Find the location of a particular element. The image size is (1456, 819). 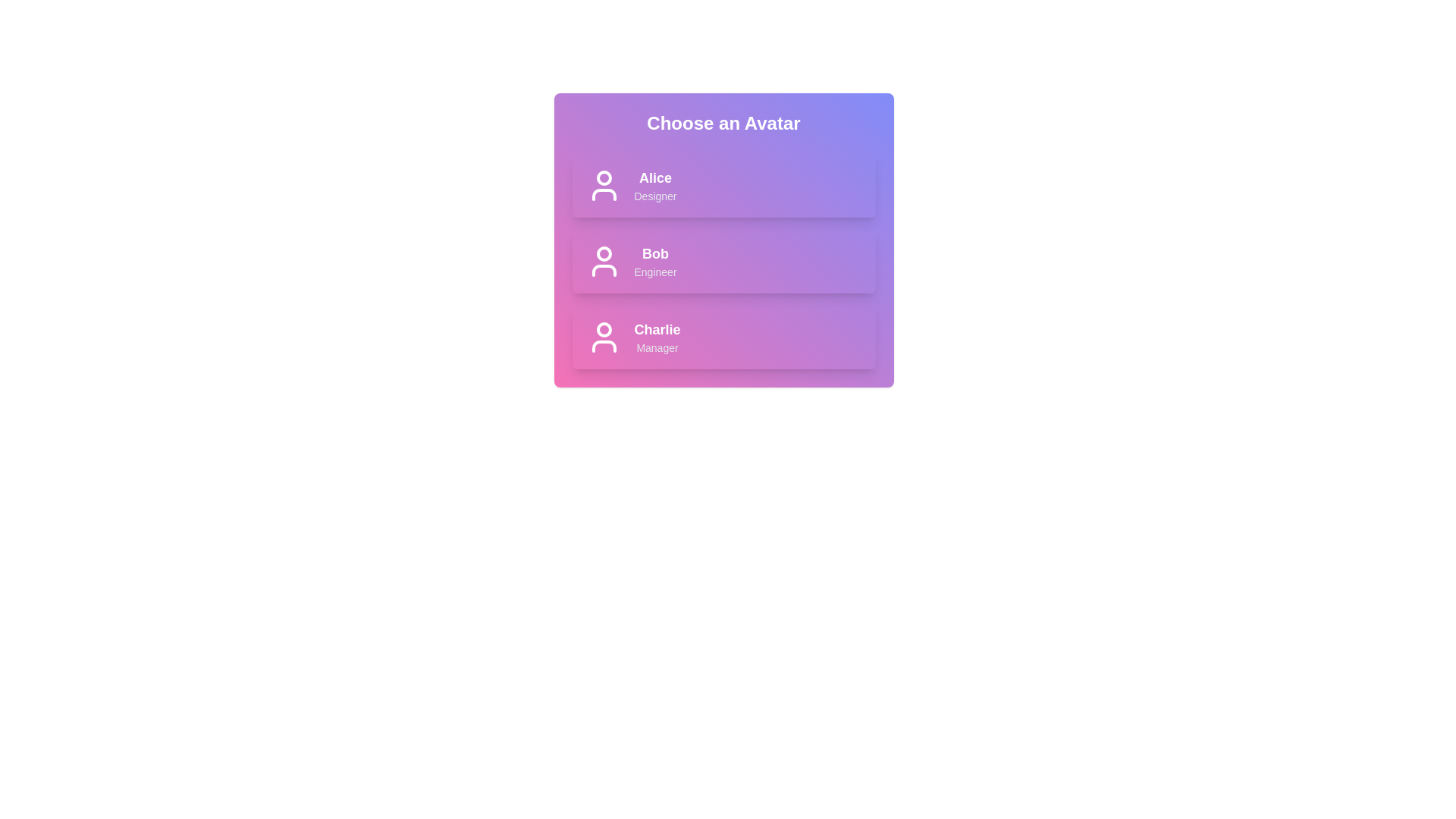

the user icon, which is a white human figure on a purple background, located above the 'AliceDesigner' label is located at coordinates (603, 185).